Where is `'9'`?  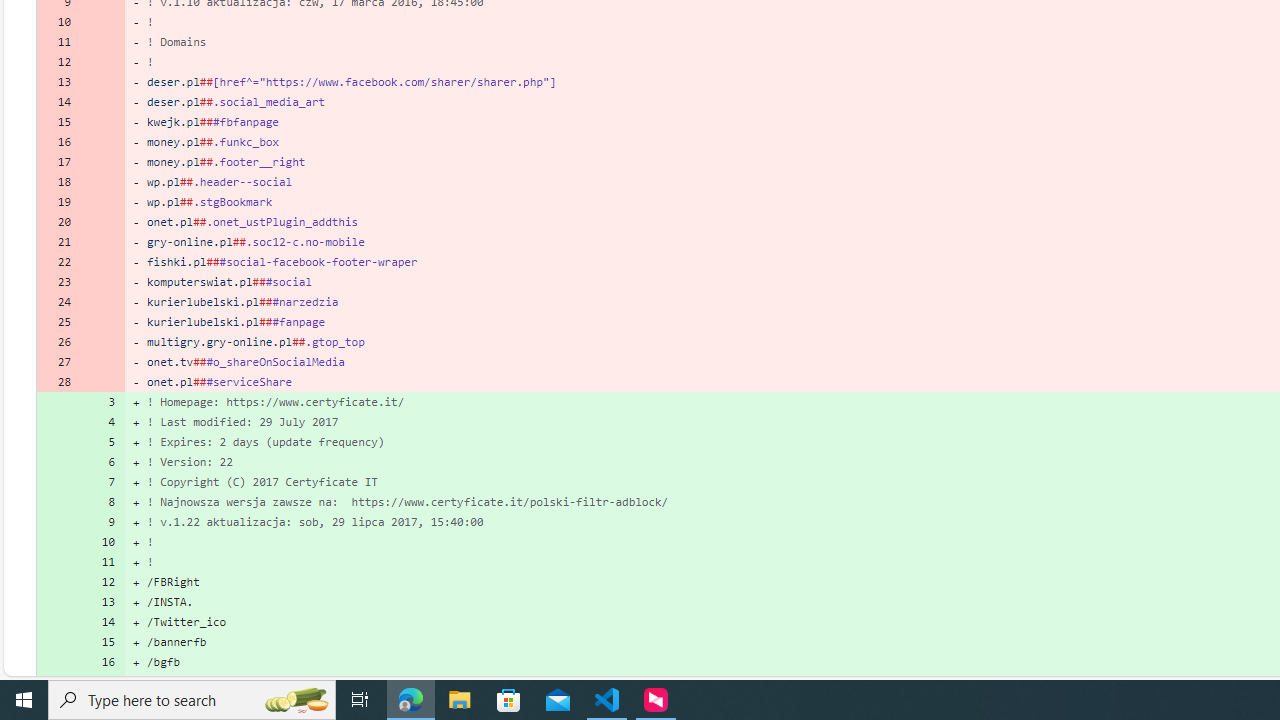
'9' is located at coordinates (102, 521).